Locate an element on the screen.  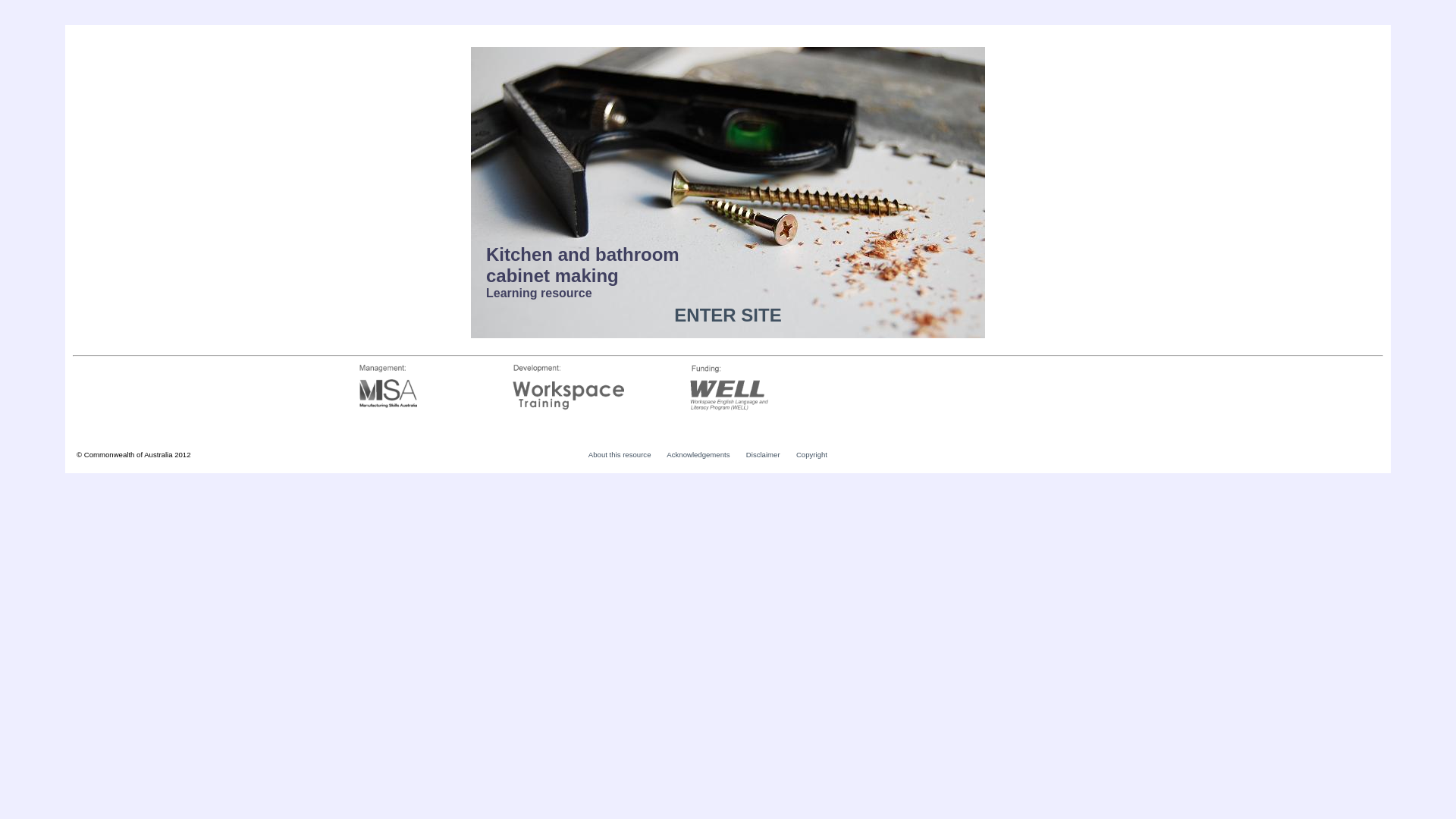
'ENTER SITE' is located at coordinates (726, 314).